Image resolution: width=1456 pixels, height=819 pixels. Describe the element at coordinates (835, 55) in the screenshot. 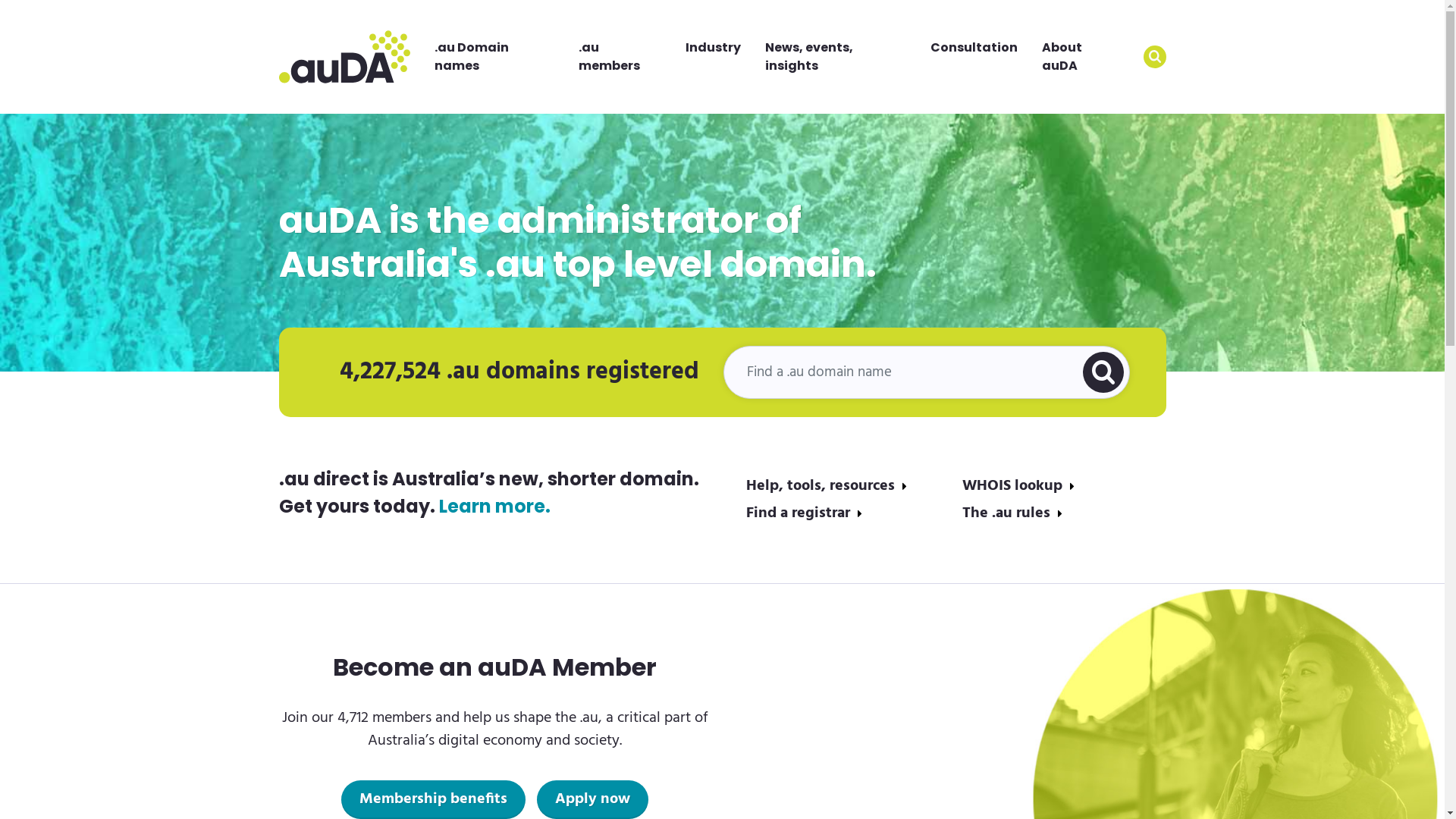

I see `'News, events, insights'` at that location.